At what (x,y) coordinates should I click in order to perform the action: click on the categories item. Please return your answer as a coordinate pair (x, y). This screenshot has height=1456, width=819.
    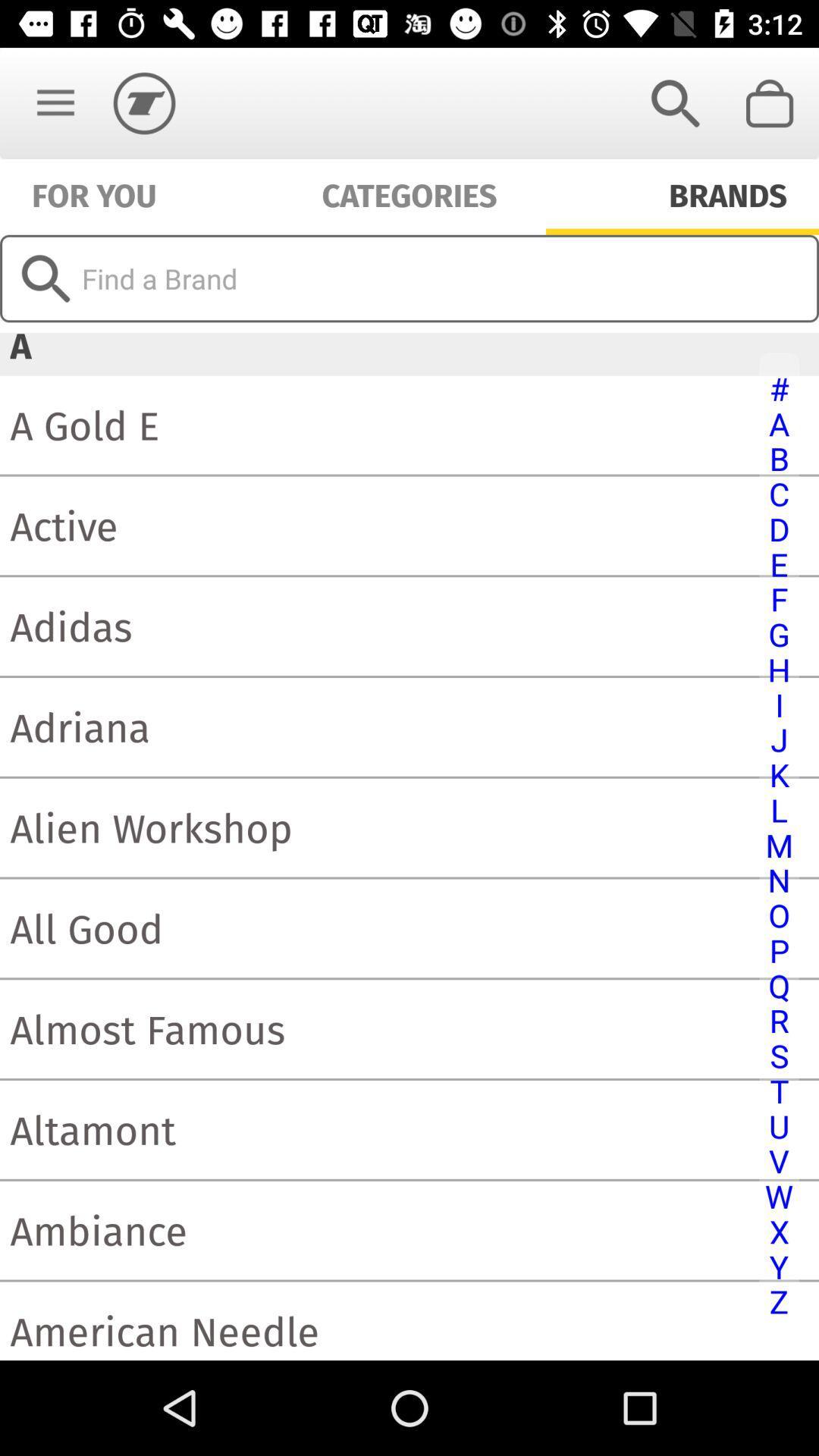
    Looking at the image, I should click on (409, 193).